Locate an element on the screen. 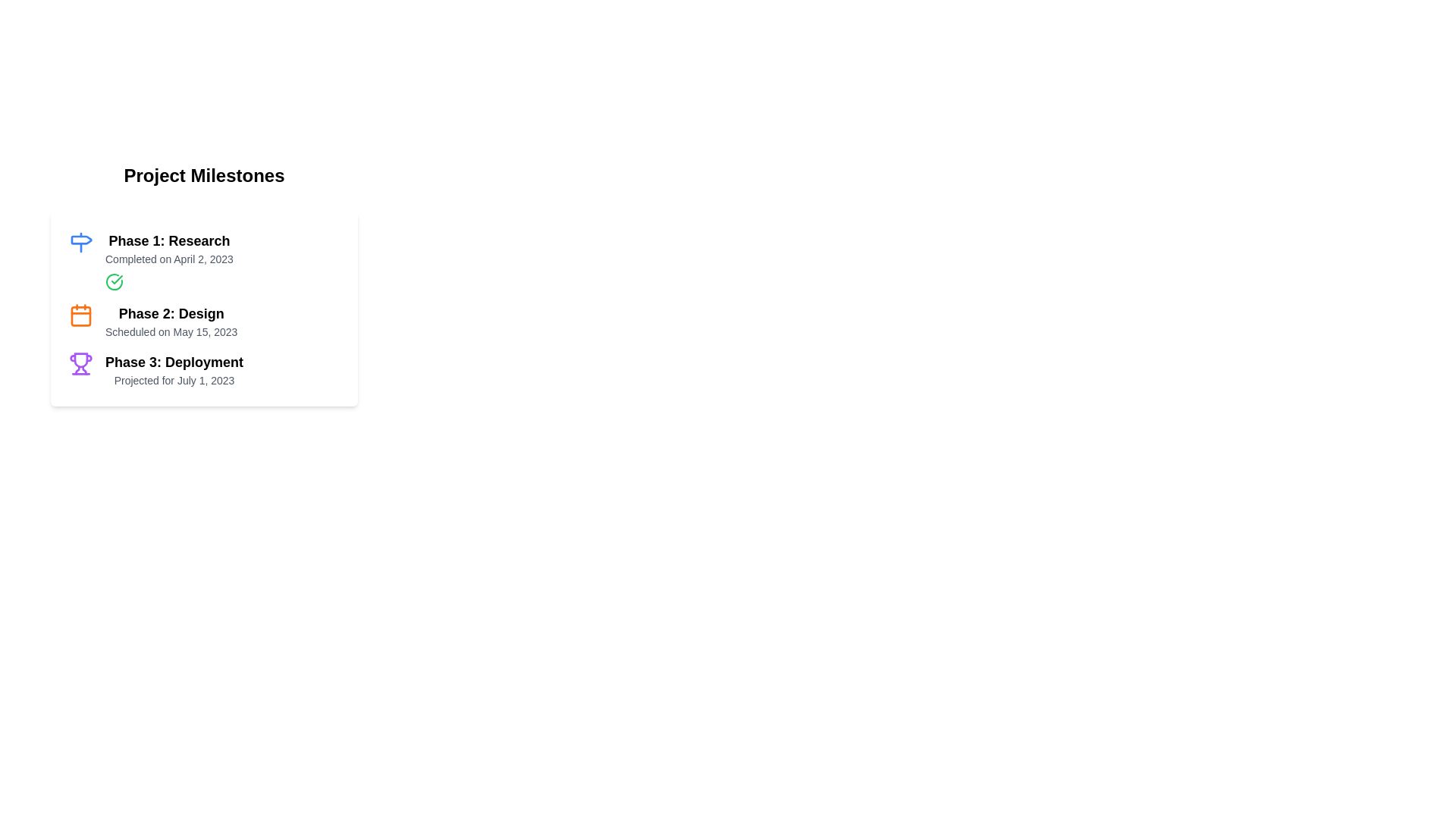  the milestone completion status icon next to 'Phase 1: Research', which indicates that the milestone is completed and displays 'Completed on April 2, 2023.' is located at coordinates (113, 281).